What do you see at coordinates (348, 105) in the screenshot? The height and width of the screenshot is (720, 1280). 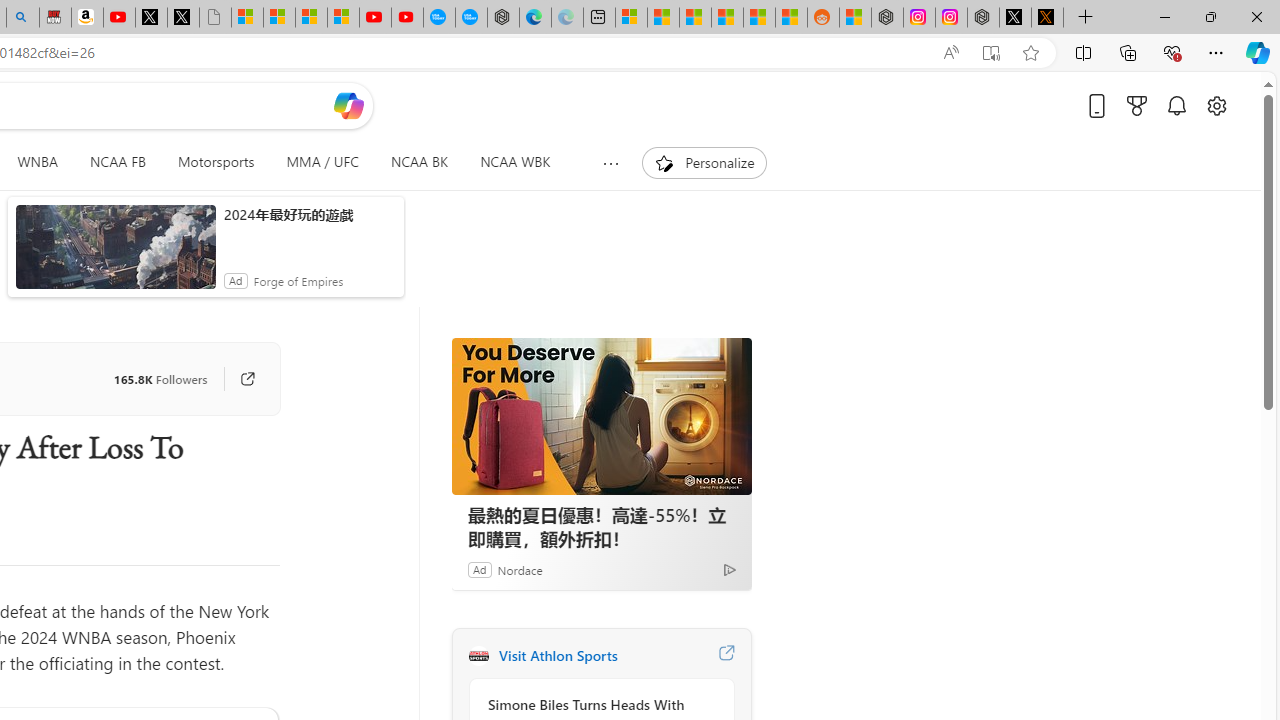 I see `'Open Copilot'` at bounding box center [348, 105].